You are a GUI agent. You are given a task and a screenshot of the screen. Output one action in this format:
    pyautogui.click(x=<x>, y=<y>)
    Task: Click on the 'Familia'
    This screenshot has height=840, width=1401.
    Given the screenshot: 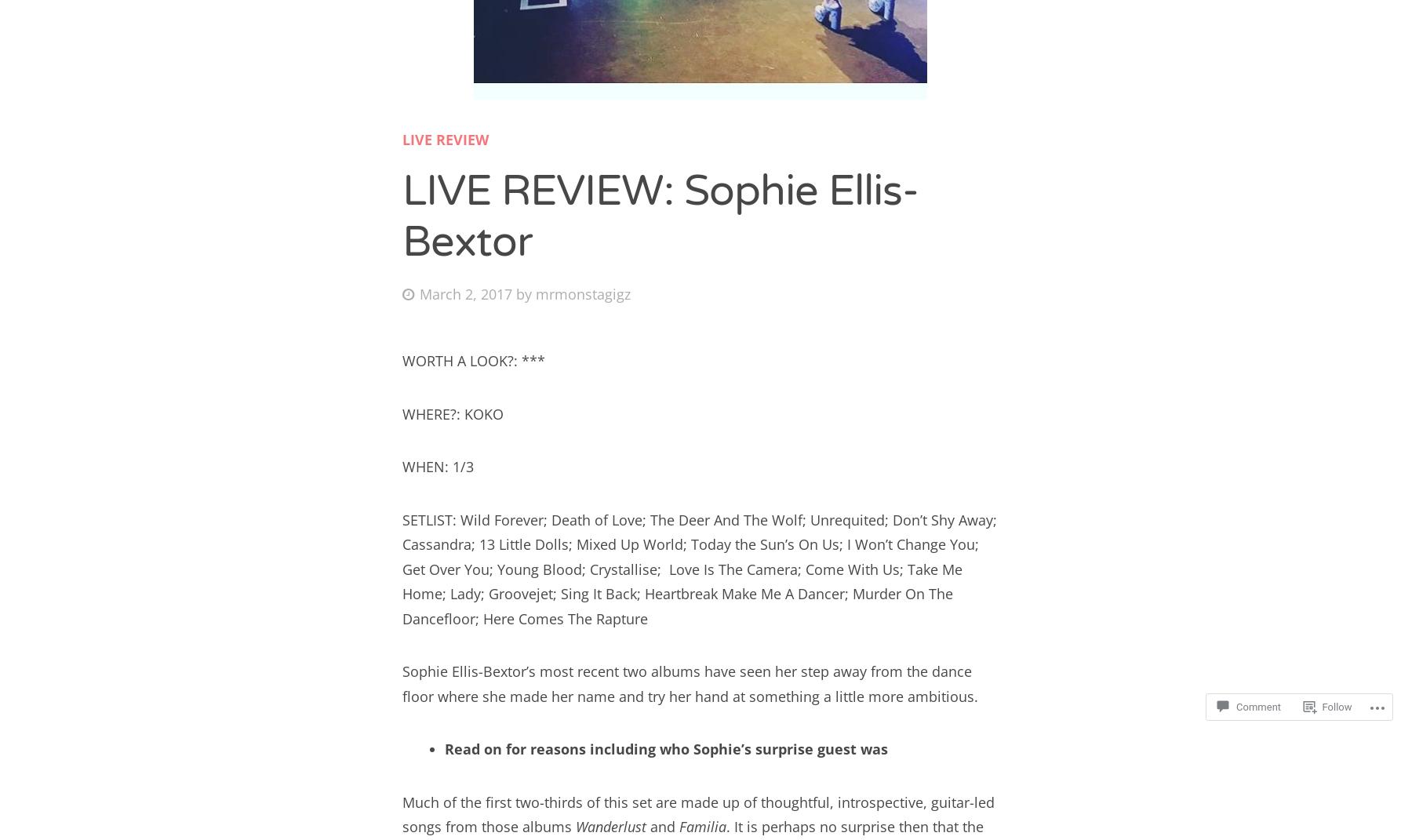 What is the action you would take?
    pyautogui.click(x=703, y=826)
    